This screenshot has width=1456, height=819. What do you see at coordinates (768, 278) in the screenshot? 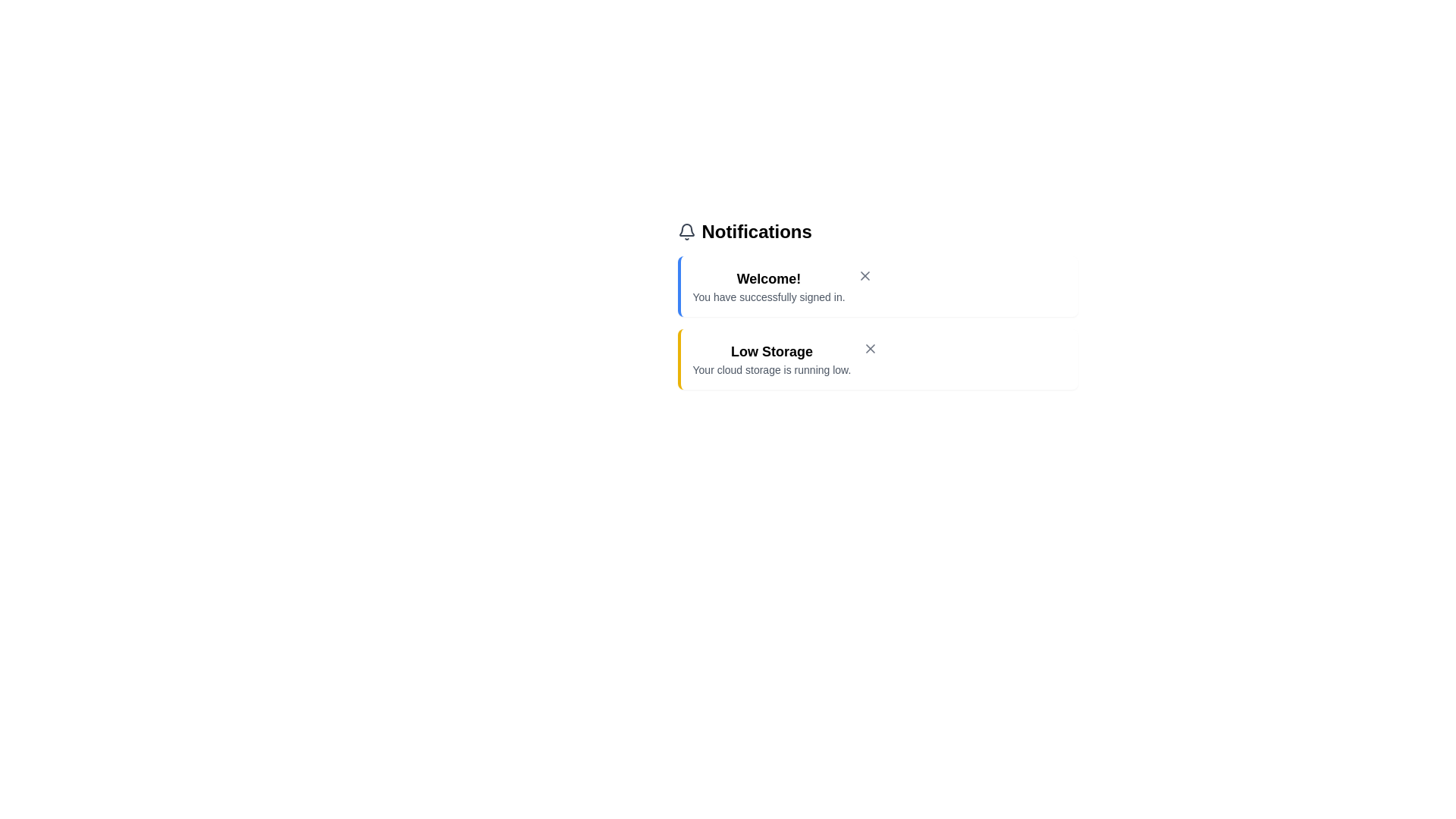
I see `the text label at the top of the notification card that conveys a welcoming message to the user` at bounding box center [768, 278].